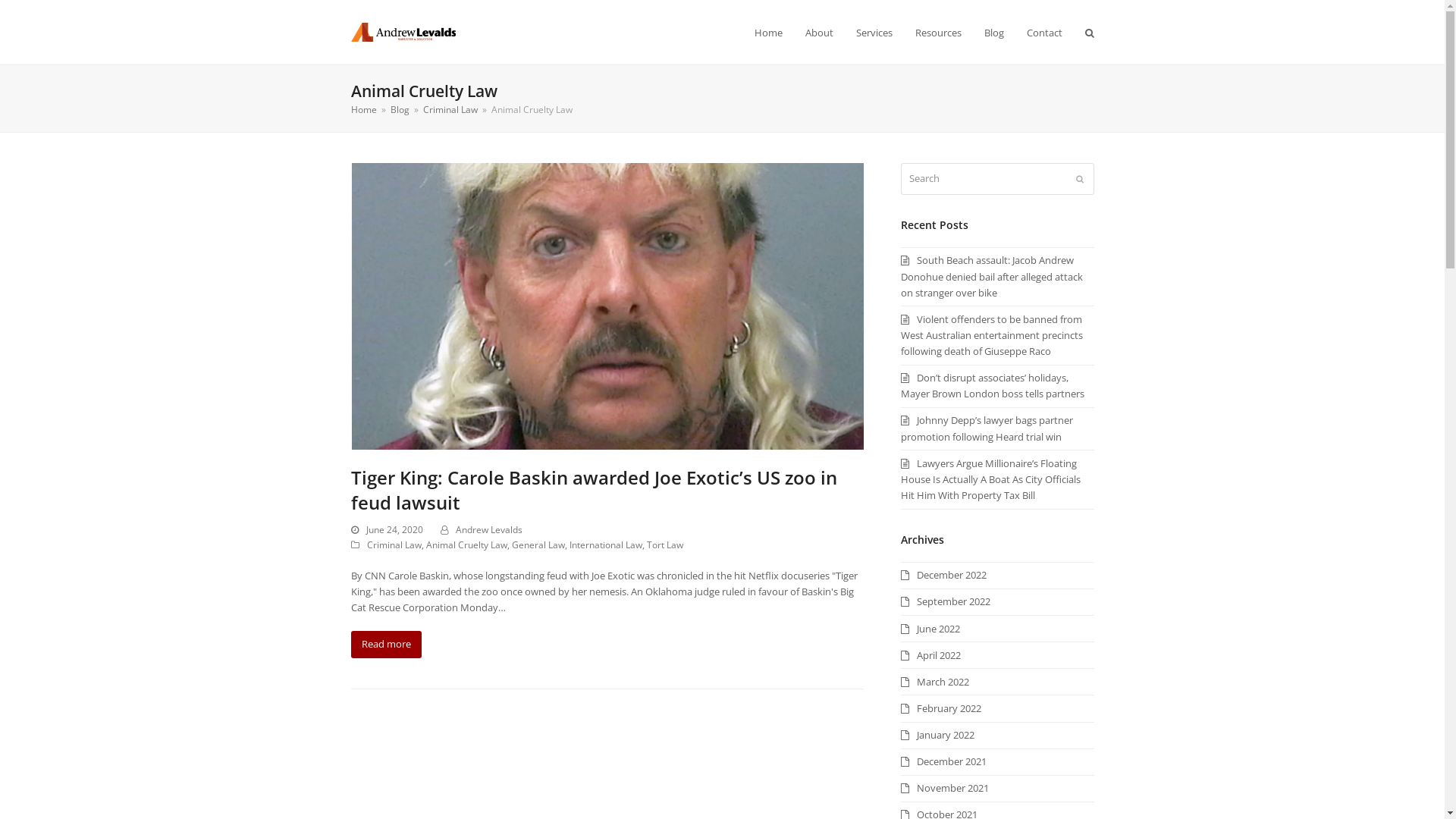  What do you see at coordinates (1043, 32) in the screenshot?
I see `'Contact'` at bounding box center [1043, 32].